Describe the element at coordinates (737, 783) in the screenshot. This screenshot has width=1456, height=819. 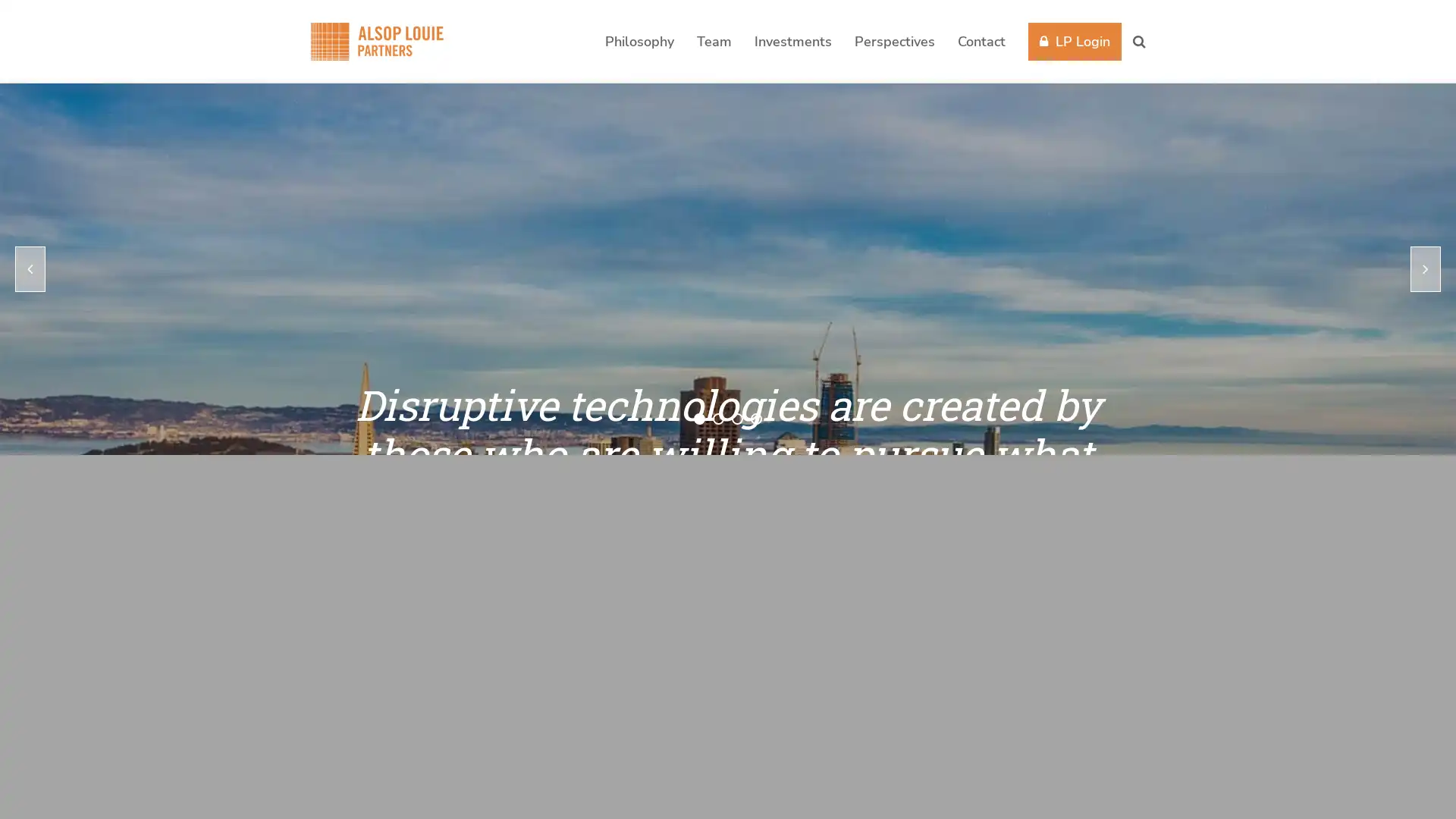
I see `go to slide 3` at that location.